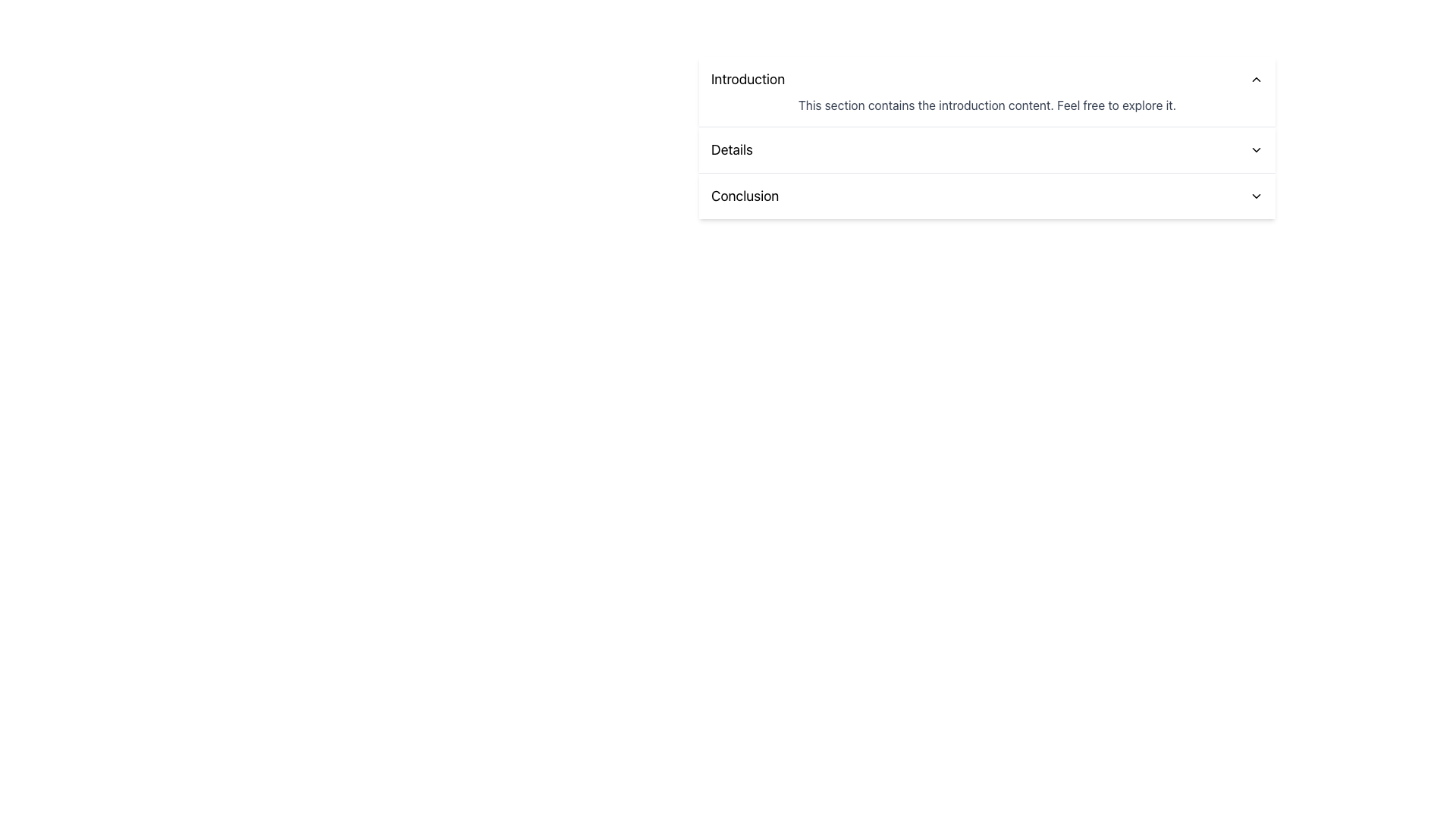 This screenshot has height=819, width=1456. What do you see at coordinates (987, 195) in the screenshot?
I see `the 'Conclusion' dropdown toggle` at bounding box center [987, 195].